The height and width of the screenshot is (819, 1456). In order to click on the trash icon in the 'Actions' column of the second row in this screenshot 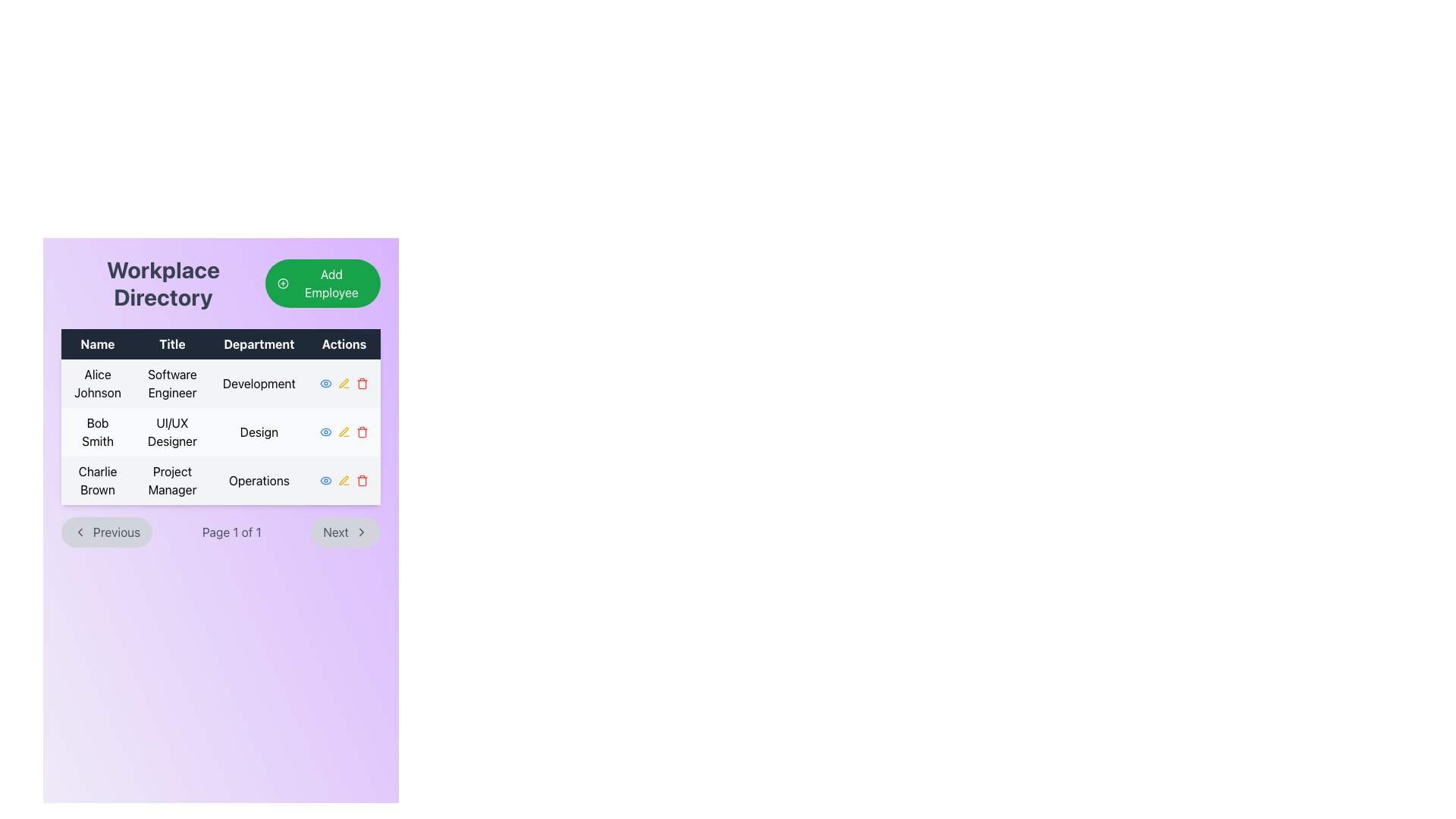, I will do `click(361, 382)`.